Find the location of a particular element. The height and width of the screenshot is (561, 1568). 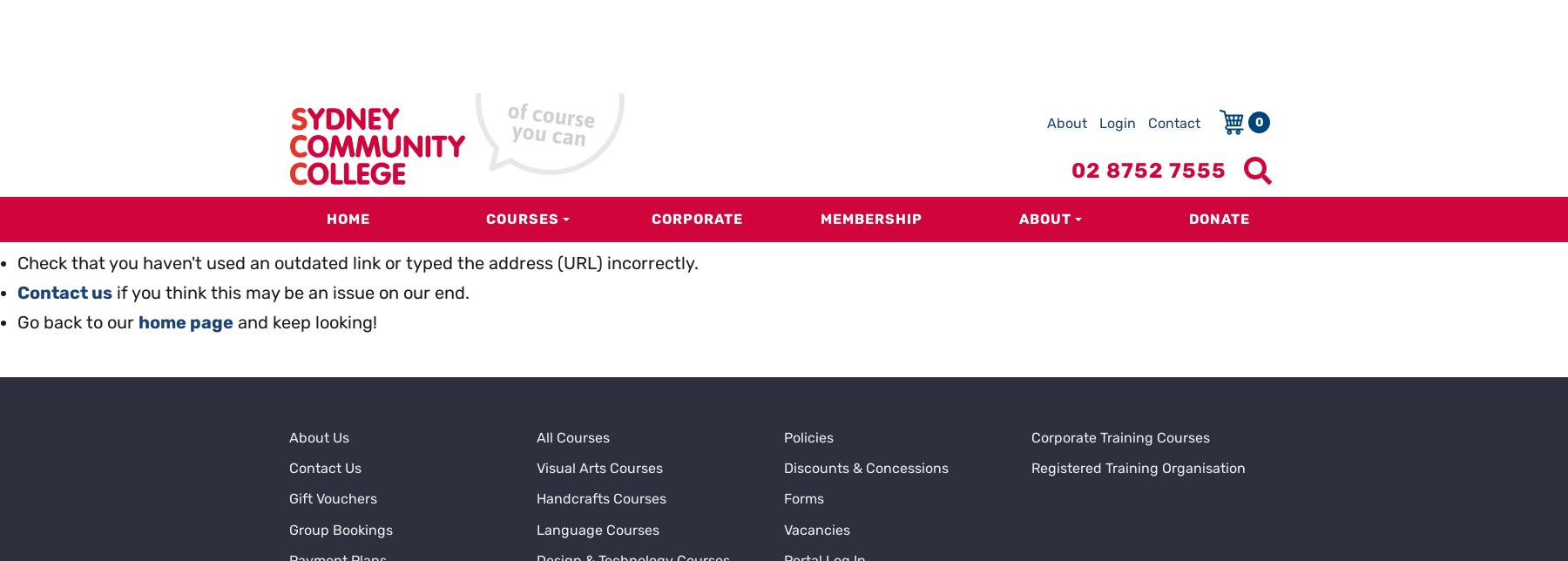

'Personal & Career Development Courses' is located at coordinates (639, 477).